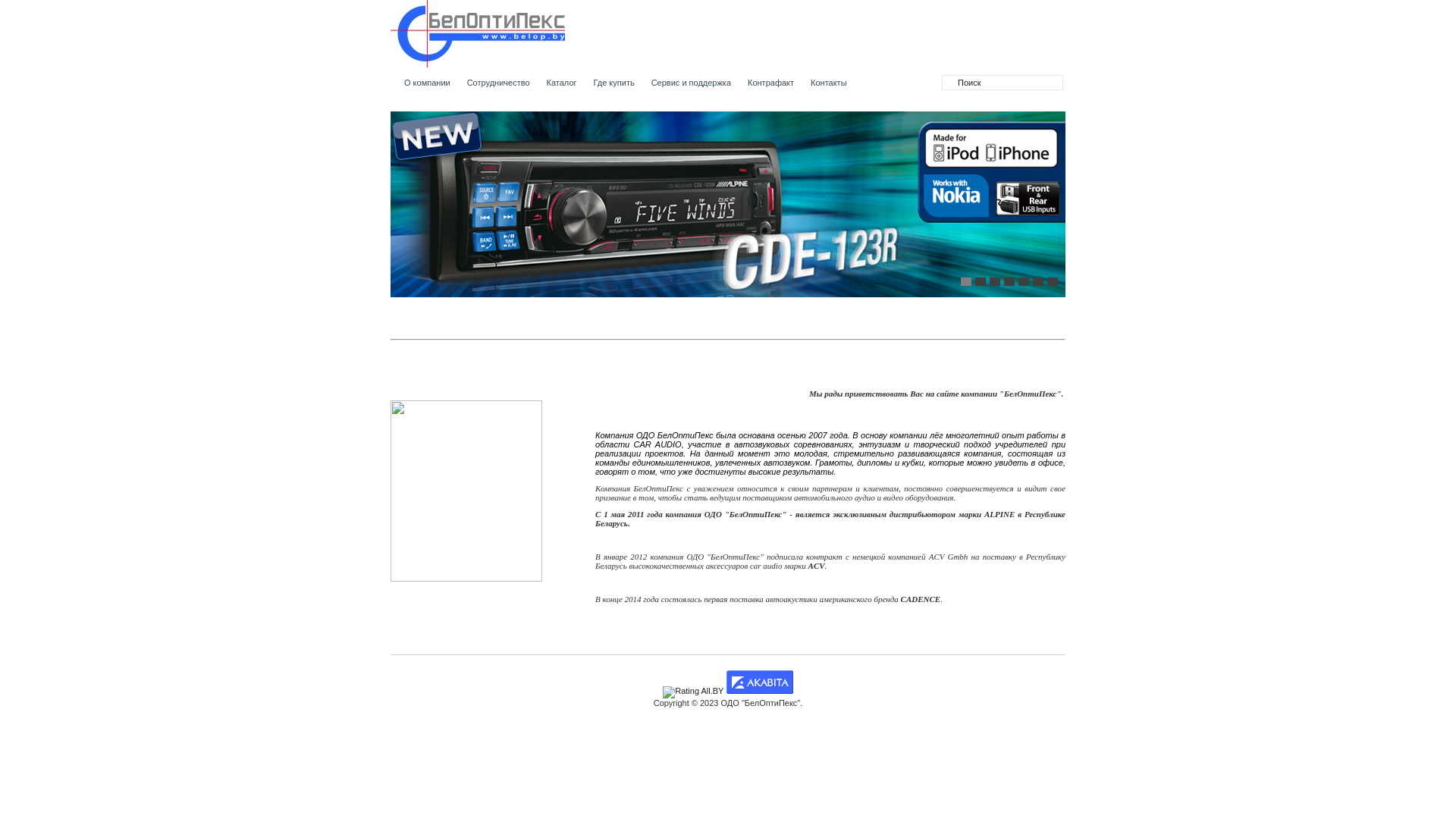 The image size is (1456, 819). I want to click on '3', so click(994, 281).